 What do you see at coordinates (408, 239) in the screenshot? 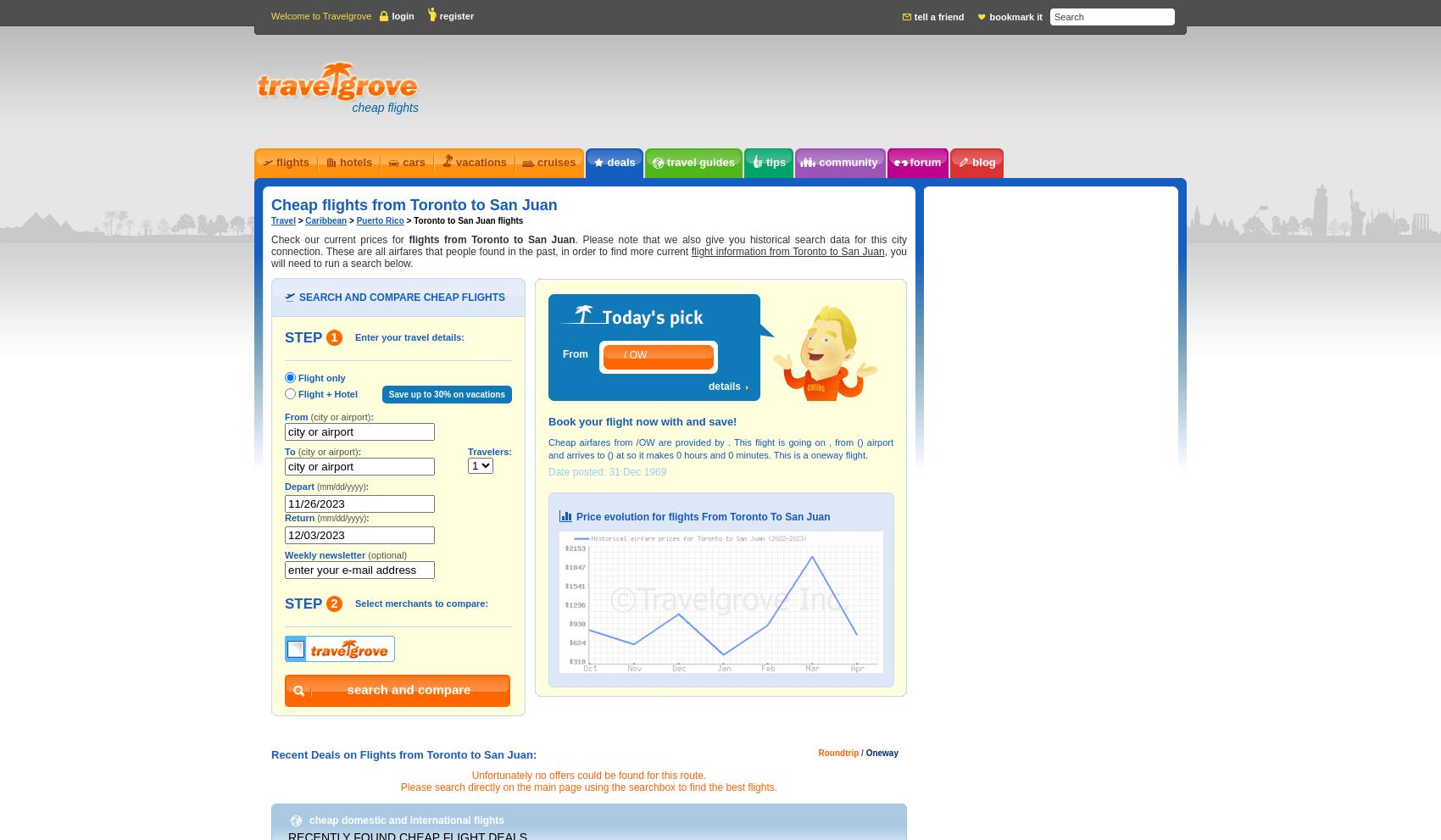
I see `'flights from Toronto to San Juan'` at bounding box center [408, 239].